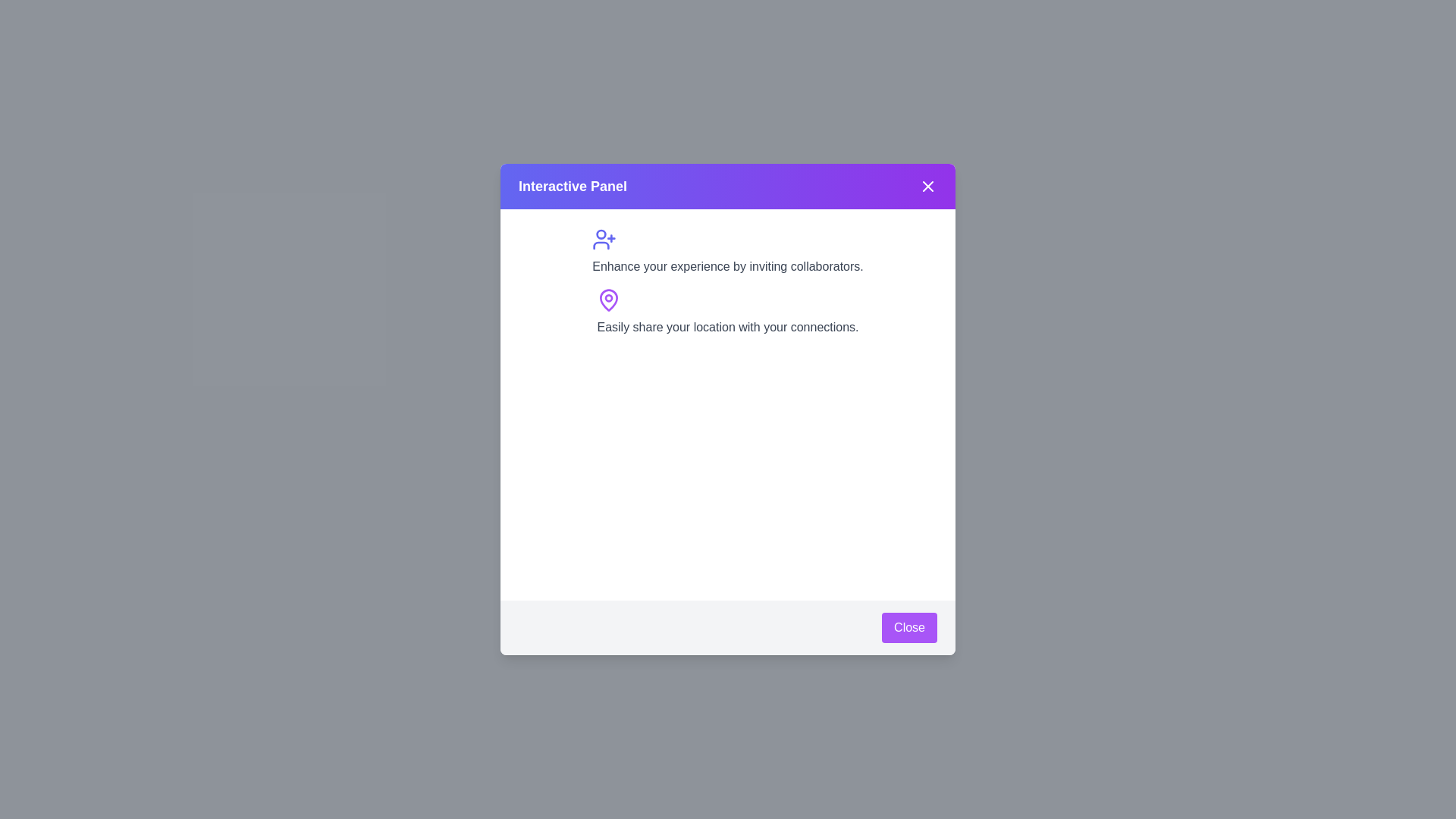 The height and width of the screenshot is (819, 1456). I want to click on the text block that reads 'Easily share your location with your connections.' which is accompanied by a purple map pin icon, located below the title text 'Enhance your experience by inviting collaborators.', so click(728, 312).